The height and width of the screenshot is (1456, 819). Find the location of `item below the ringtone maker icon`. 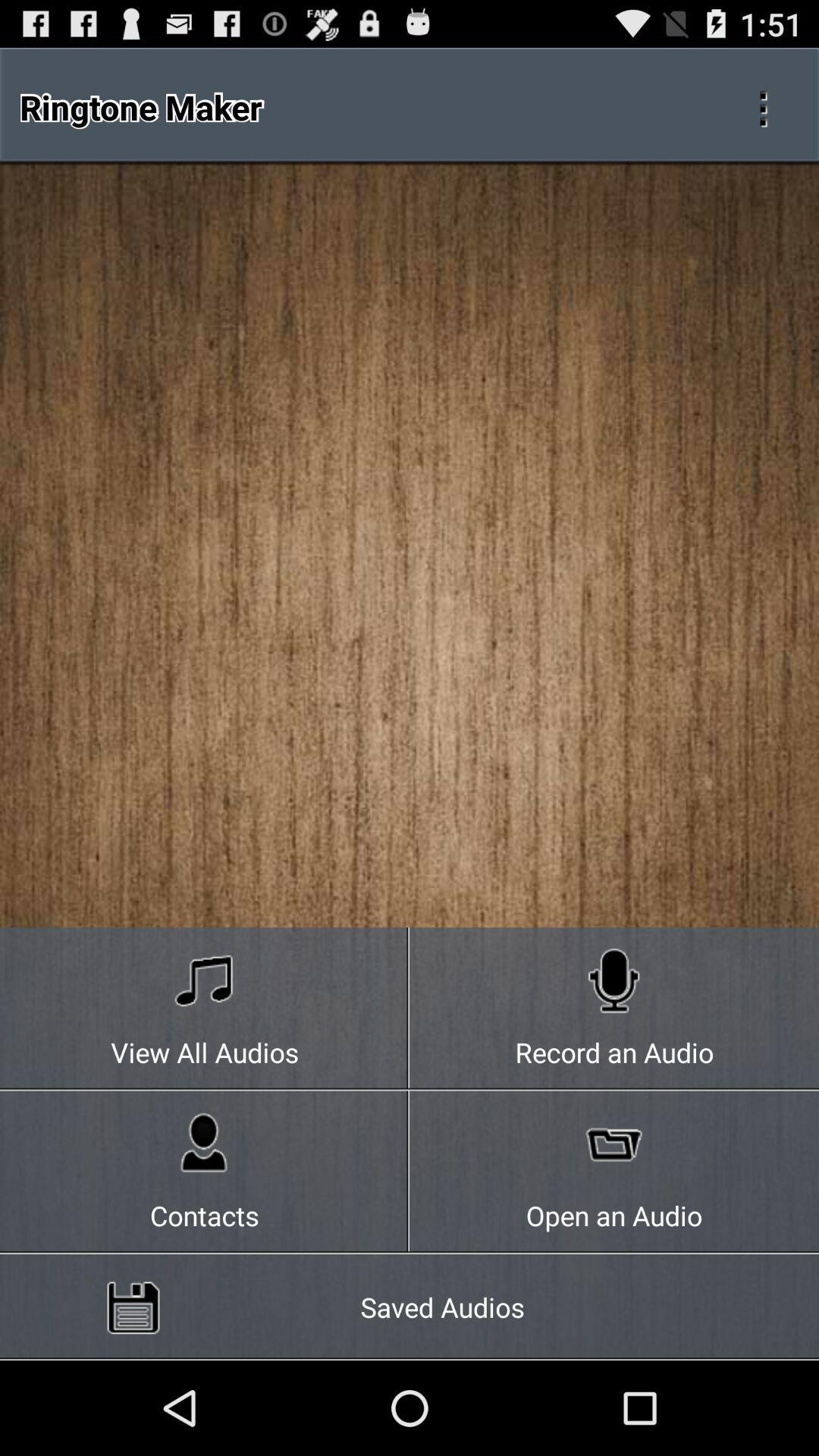

item below the ringtone maker icon is located at coordinates (205, 1009).